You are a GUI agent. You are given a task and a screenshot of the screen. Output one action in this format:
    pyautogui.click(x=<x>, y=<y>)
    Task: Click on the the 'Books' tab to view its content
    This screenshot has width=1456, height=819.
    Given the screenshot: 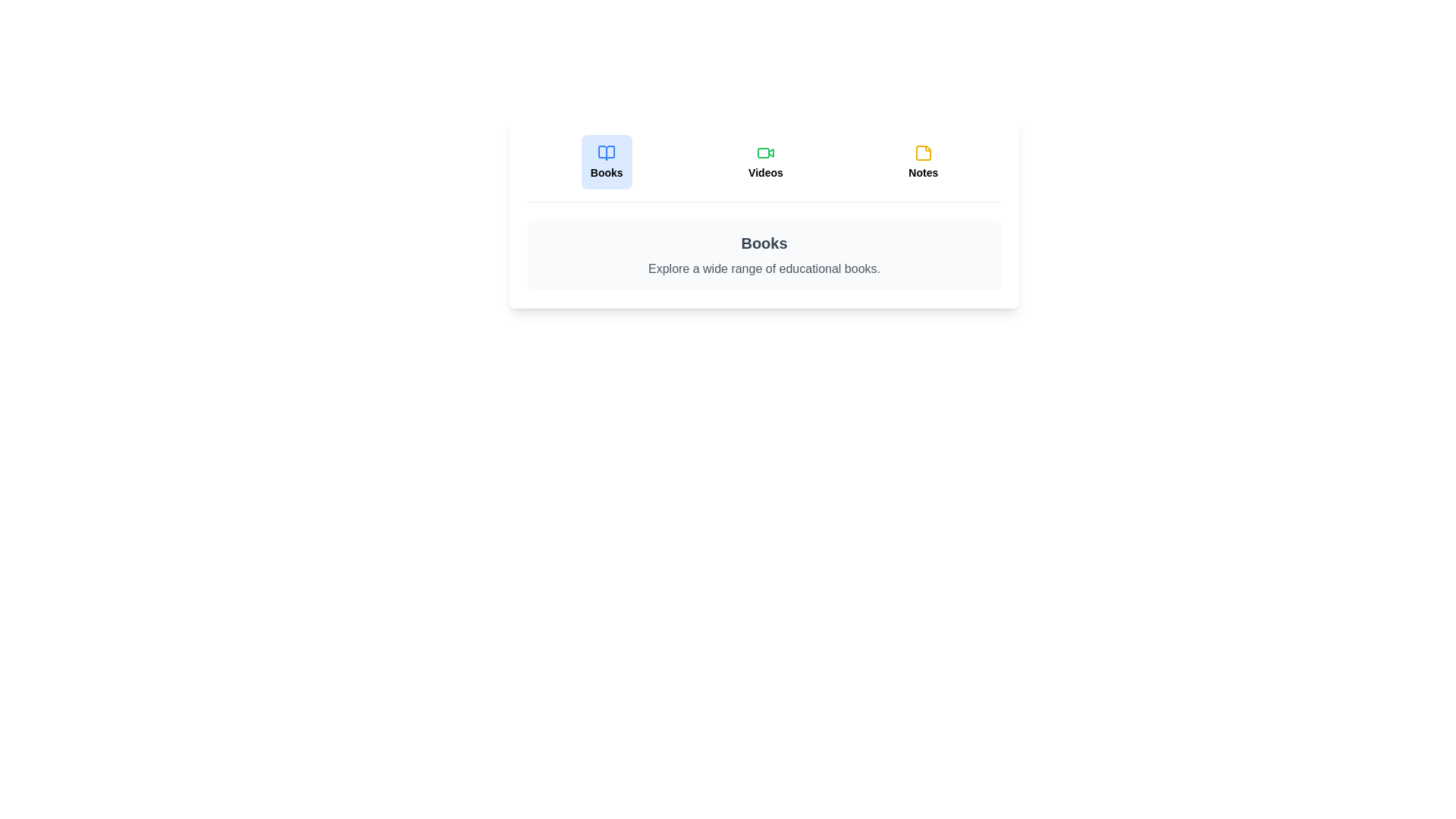 What is the action you would take?
    pyautogui.click(x=607, y=162)
    